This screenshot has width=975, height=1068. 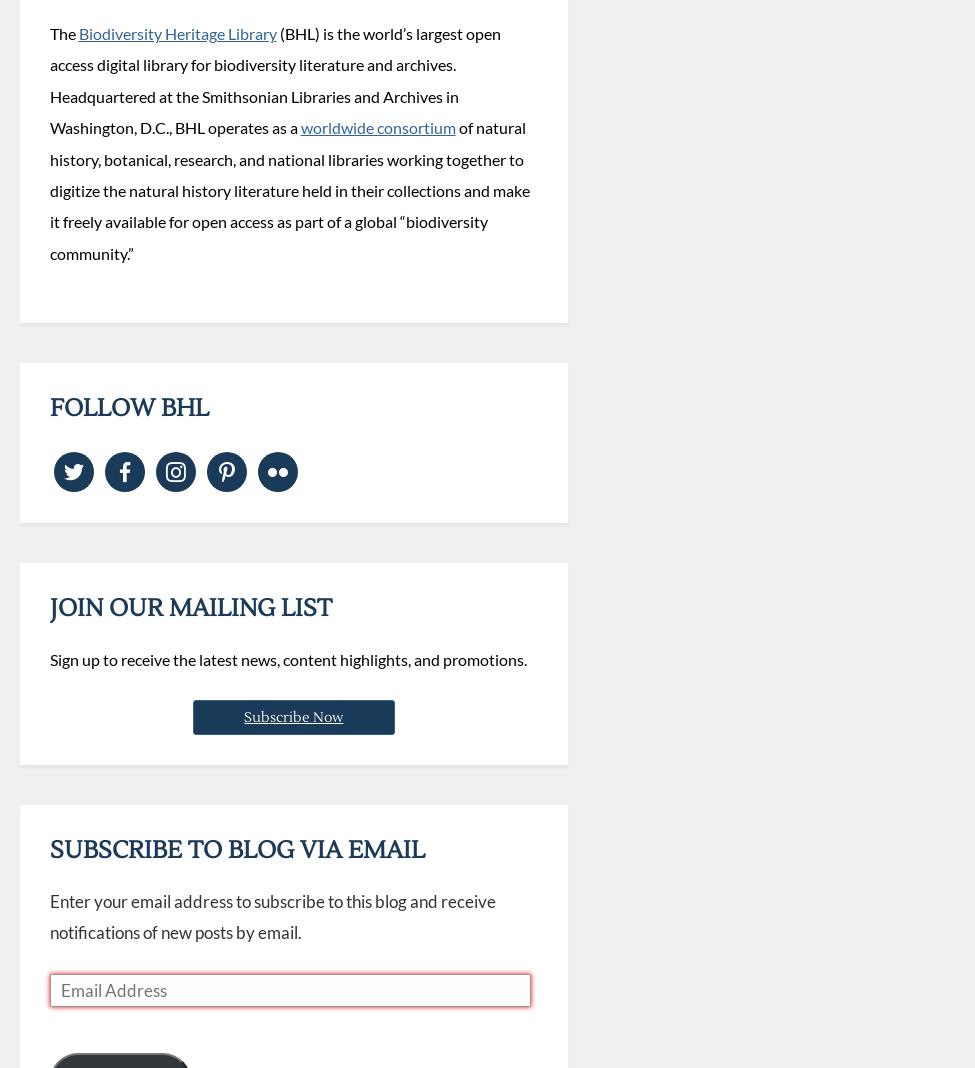 What do you see at coordinates (189, 606) in the screenshot?
I see `'Join Our Mailing List'` at bounding box center [189, 606].